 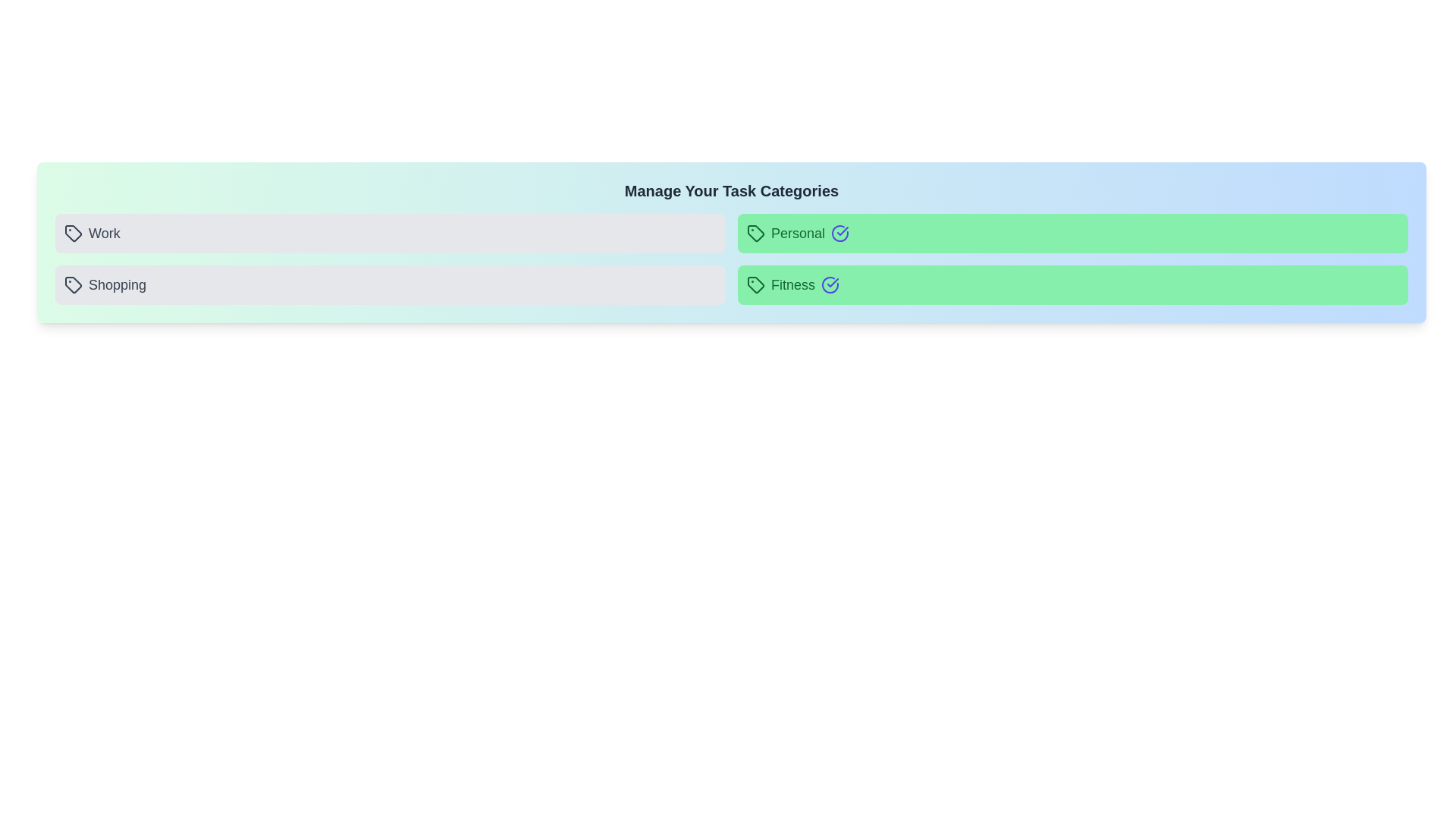 I want to click on the button representing the category Work, so click(x=390, y=234).